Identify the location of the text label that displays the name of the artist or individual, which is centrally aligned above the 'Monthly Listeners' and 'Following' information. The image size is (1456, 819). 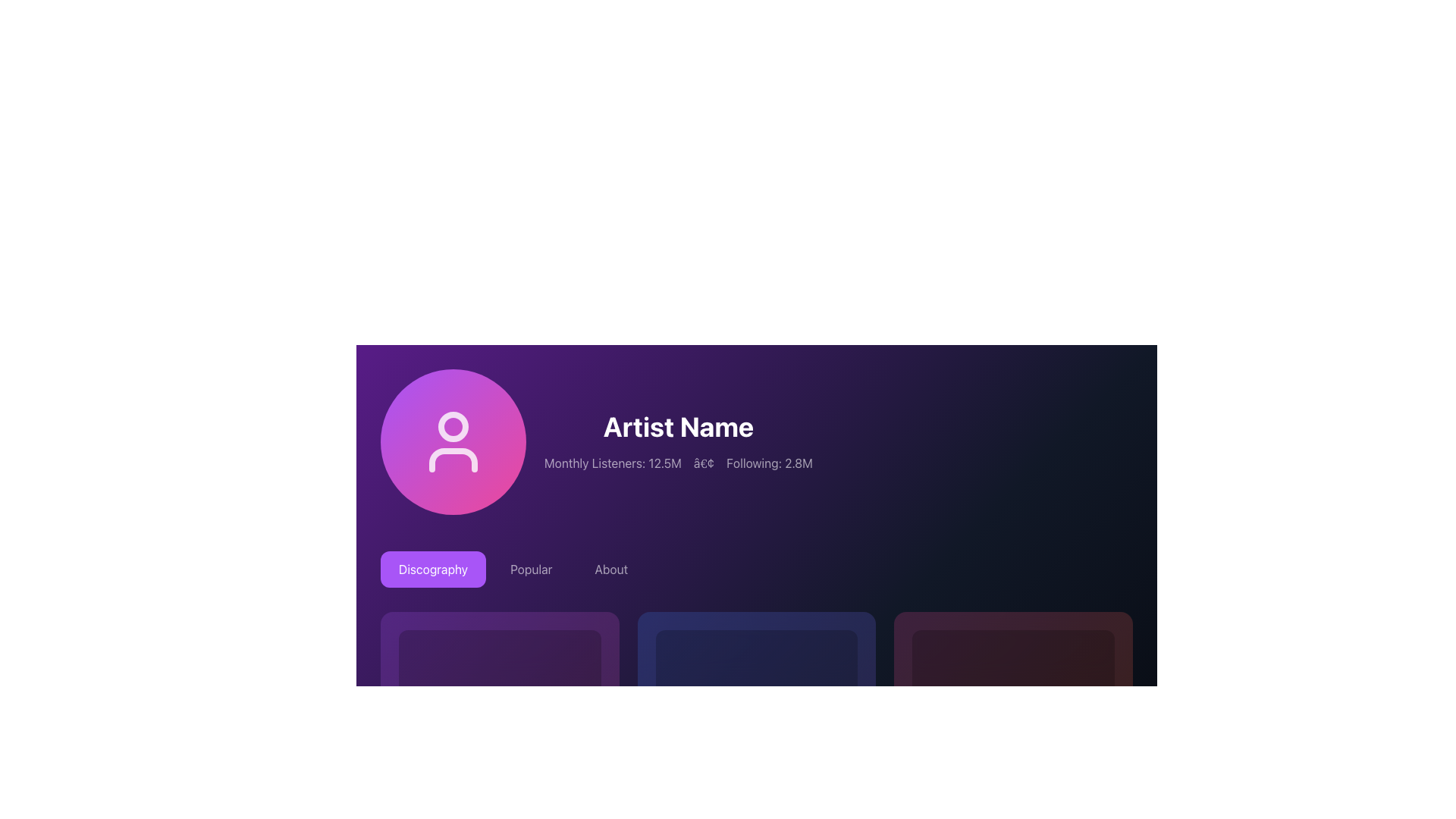
(677, 427).